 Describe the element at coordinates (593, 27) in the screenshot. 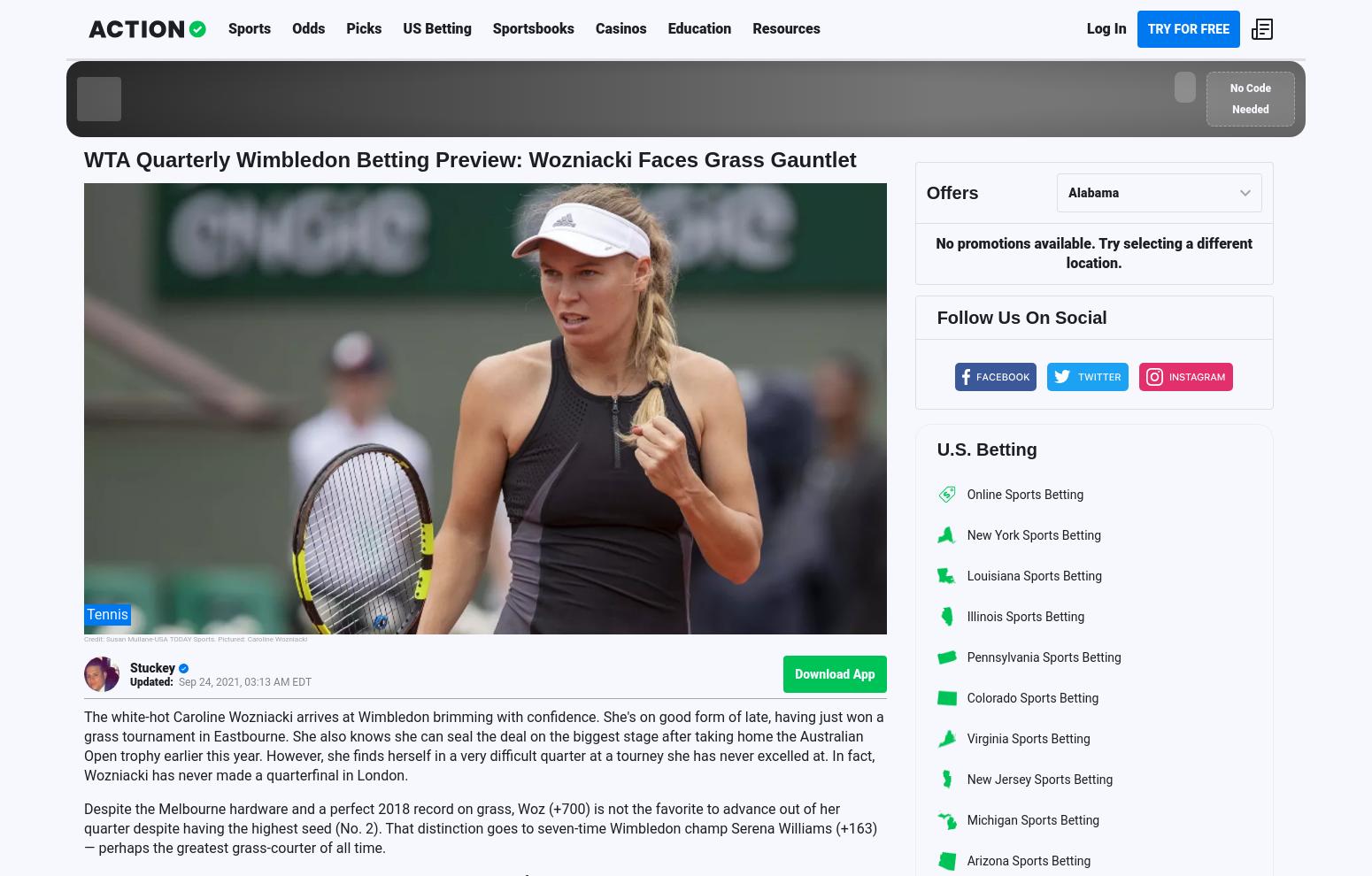

I see `'Casinos'` at that location.